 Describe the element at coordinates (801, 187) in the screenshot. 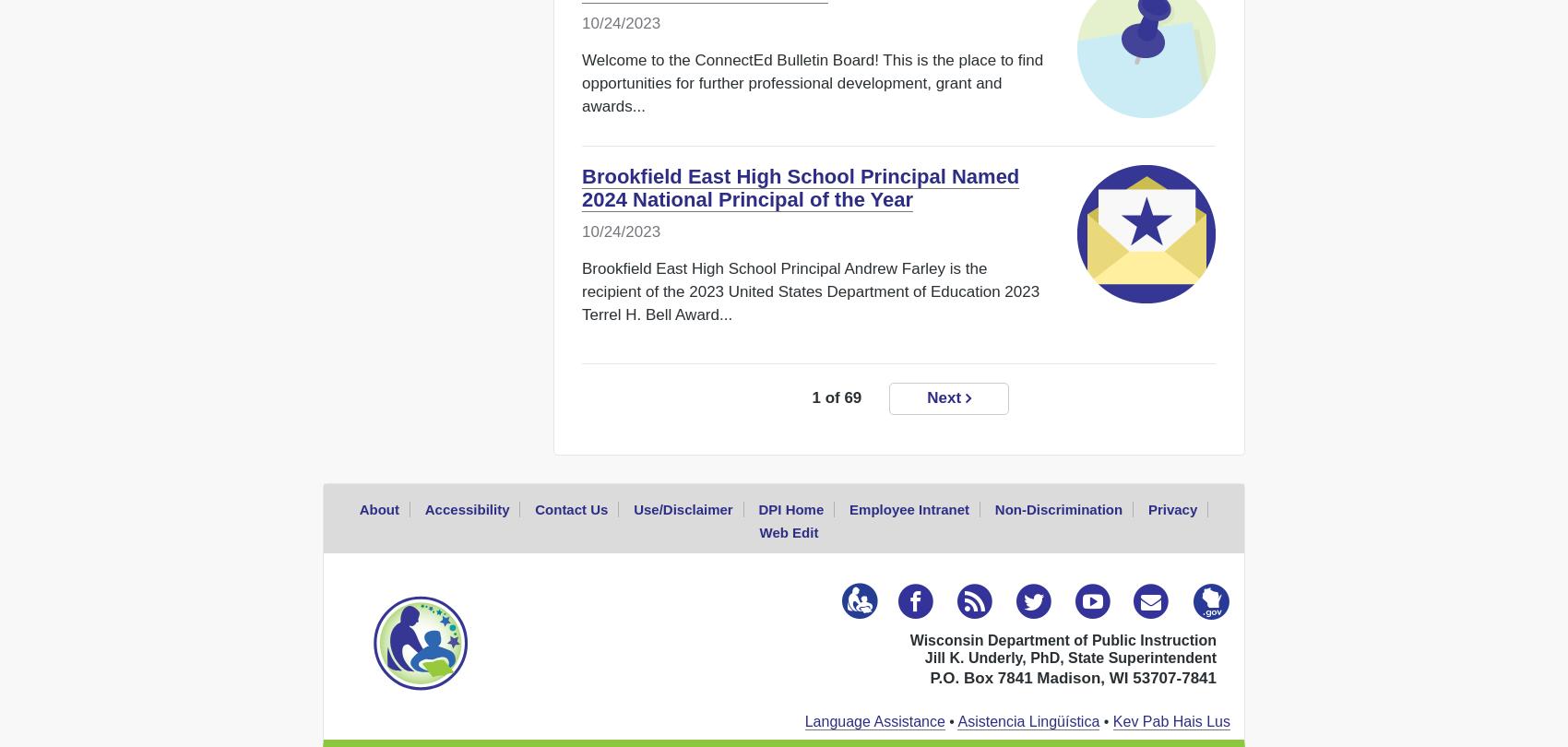

I see `'Brookfield East High School Principal Named 2024 National Principal of the Year'` at that location.